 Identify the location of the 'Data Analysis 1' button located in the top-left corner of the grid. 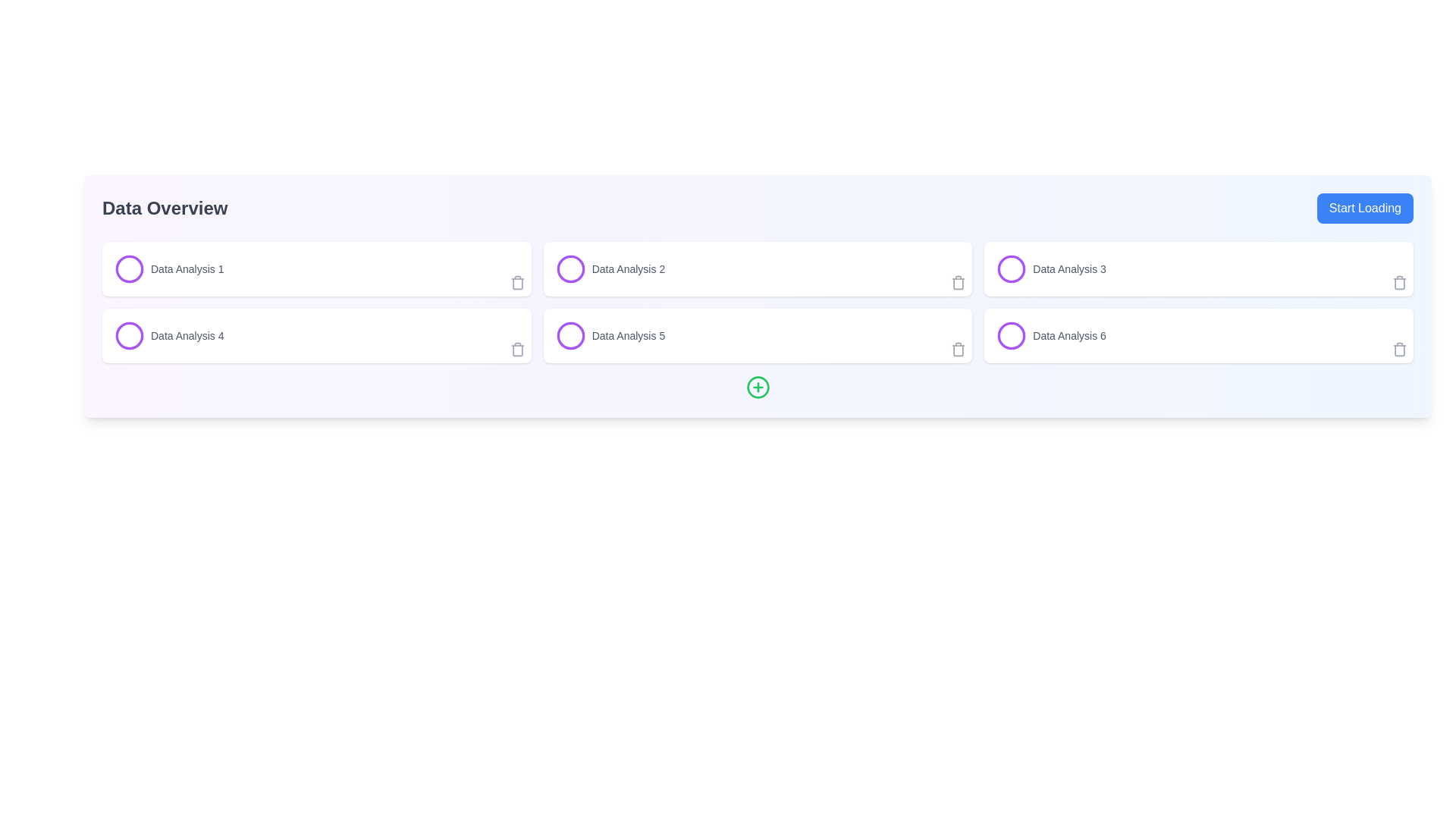
(169, 268).